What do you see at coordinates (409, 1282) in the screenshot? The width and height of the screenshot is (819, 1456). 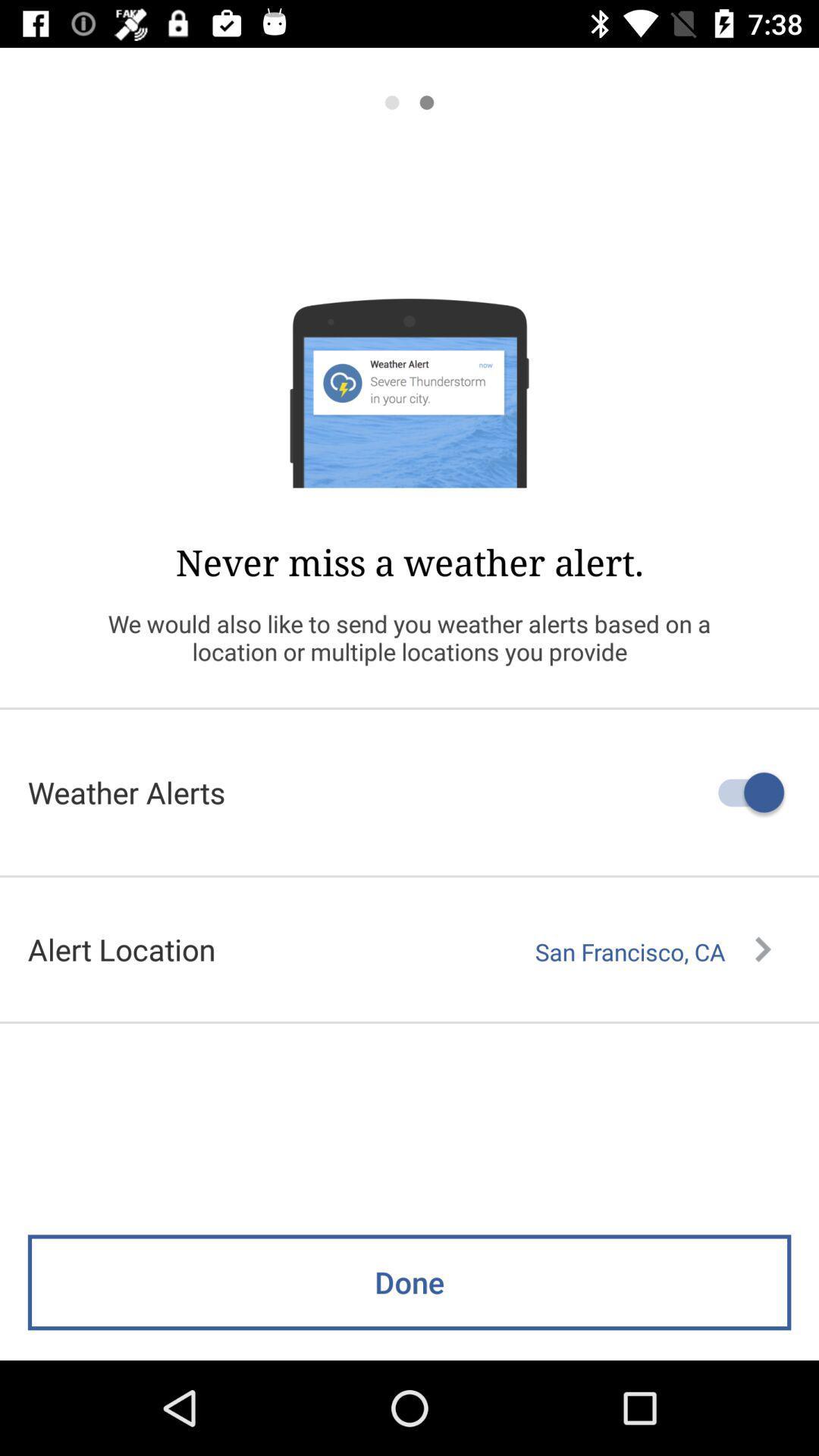 I see `done item` at bounding box center [409, 1282].